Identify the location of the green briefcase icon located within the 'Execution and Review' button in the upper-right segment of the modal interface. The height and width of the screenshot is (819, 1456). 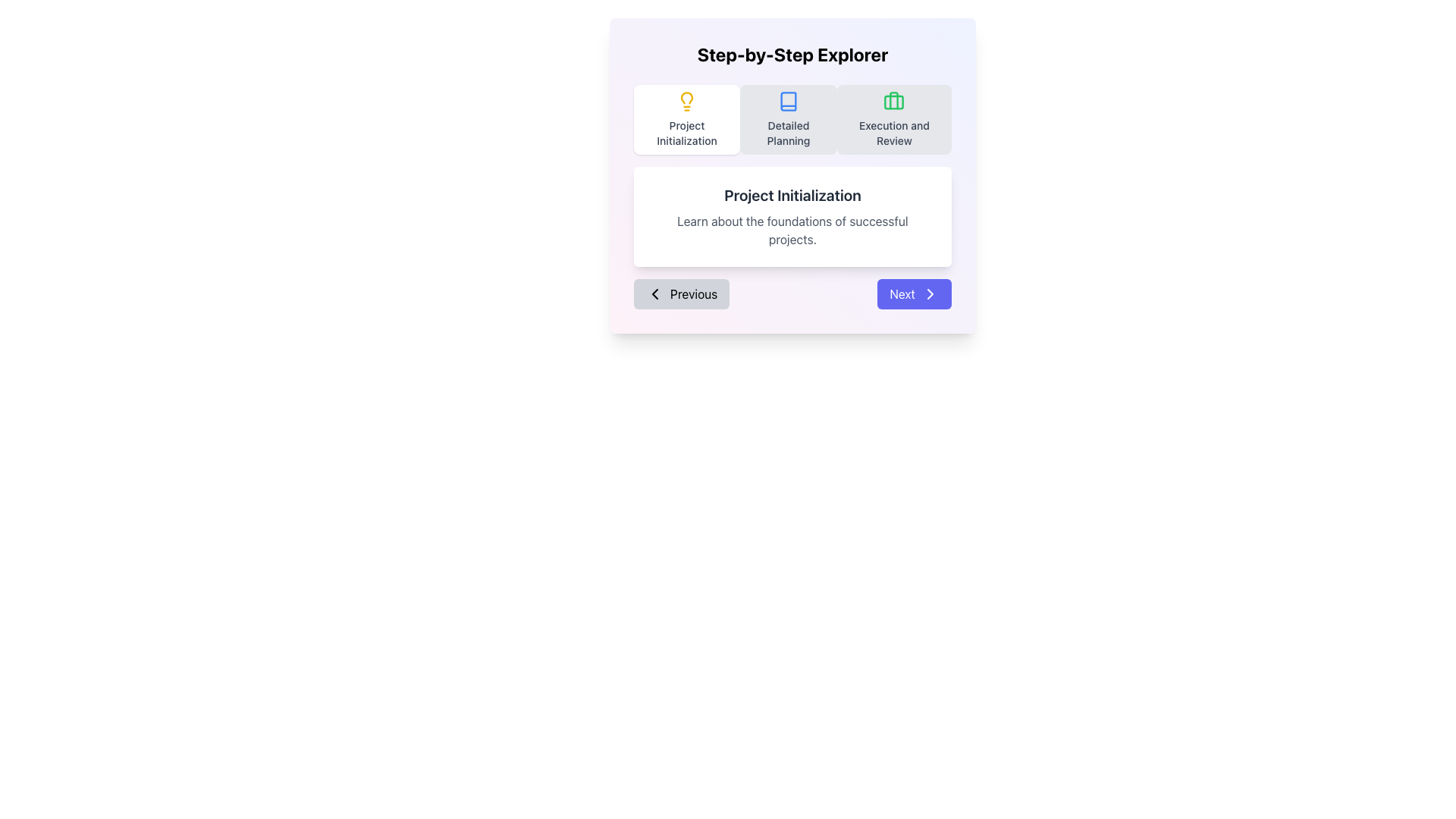
(894, 102).